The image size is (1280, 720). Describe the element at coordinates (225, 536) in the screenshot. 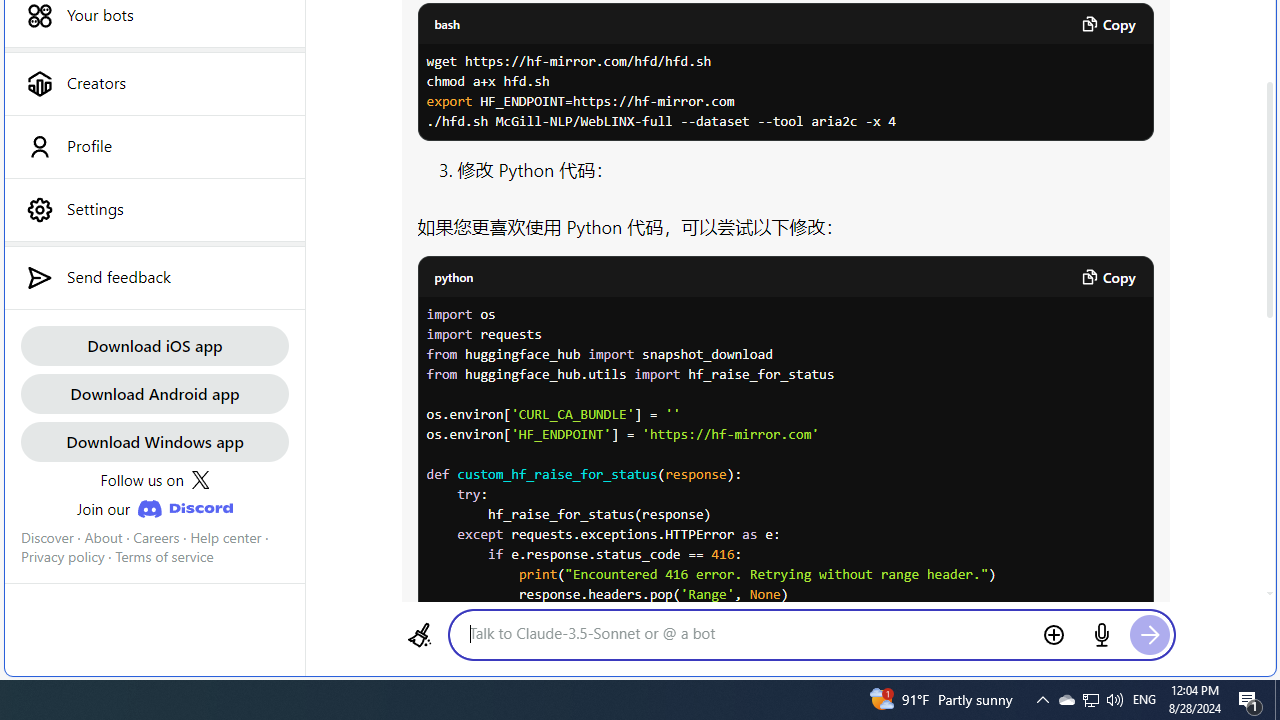

I see `'Help center'` at that location.